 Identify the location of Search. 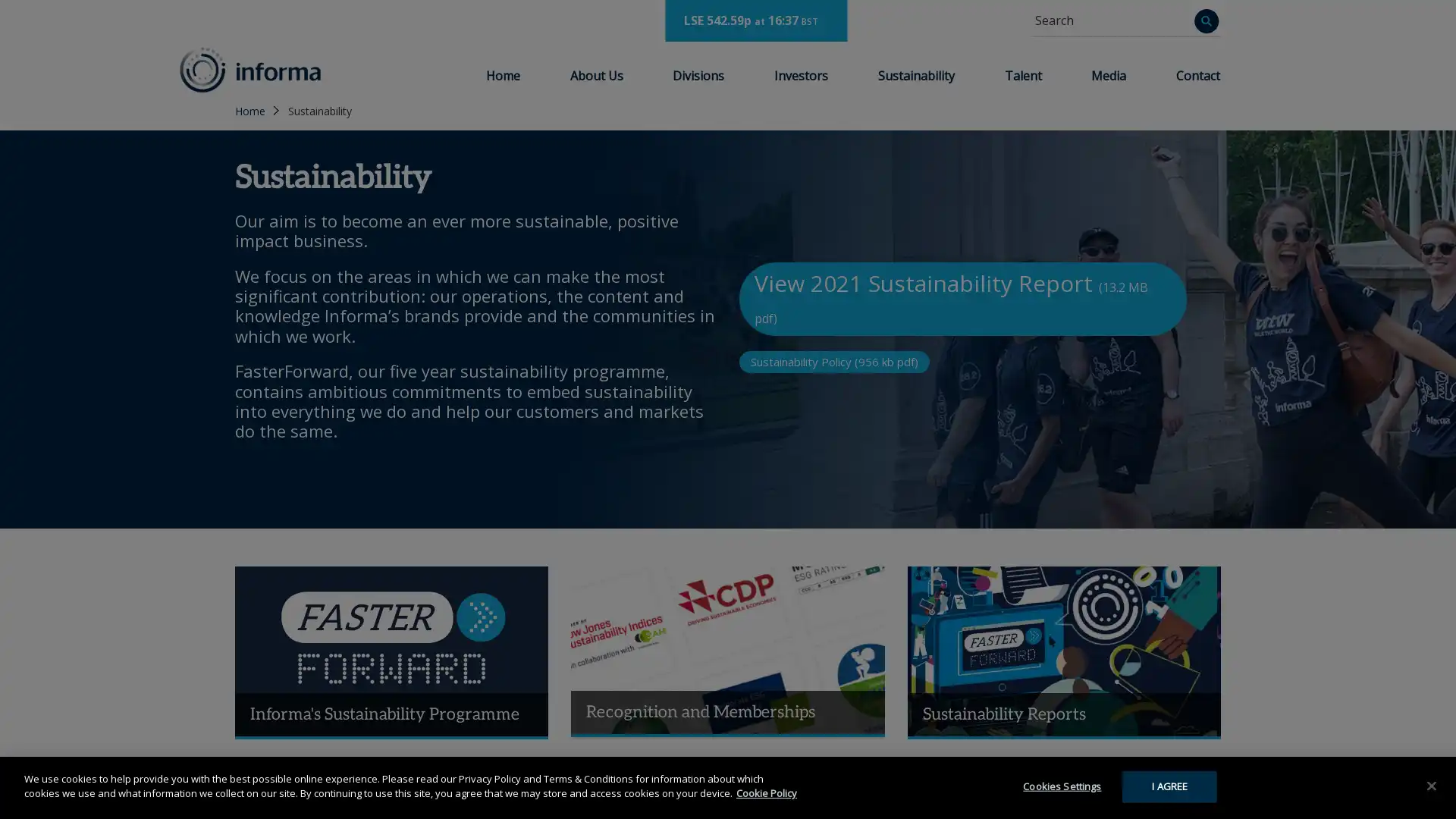
(1206, 21).